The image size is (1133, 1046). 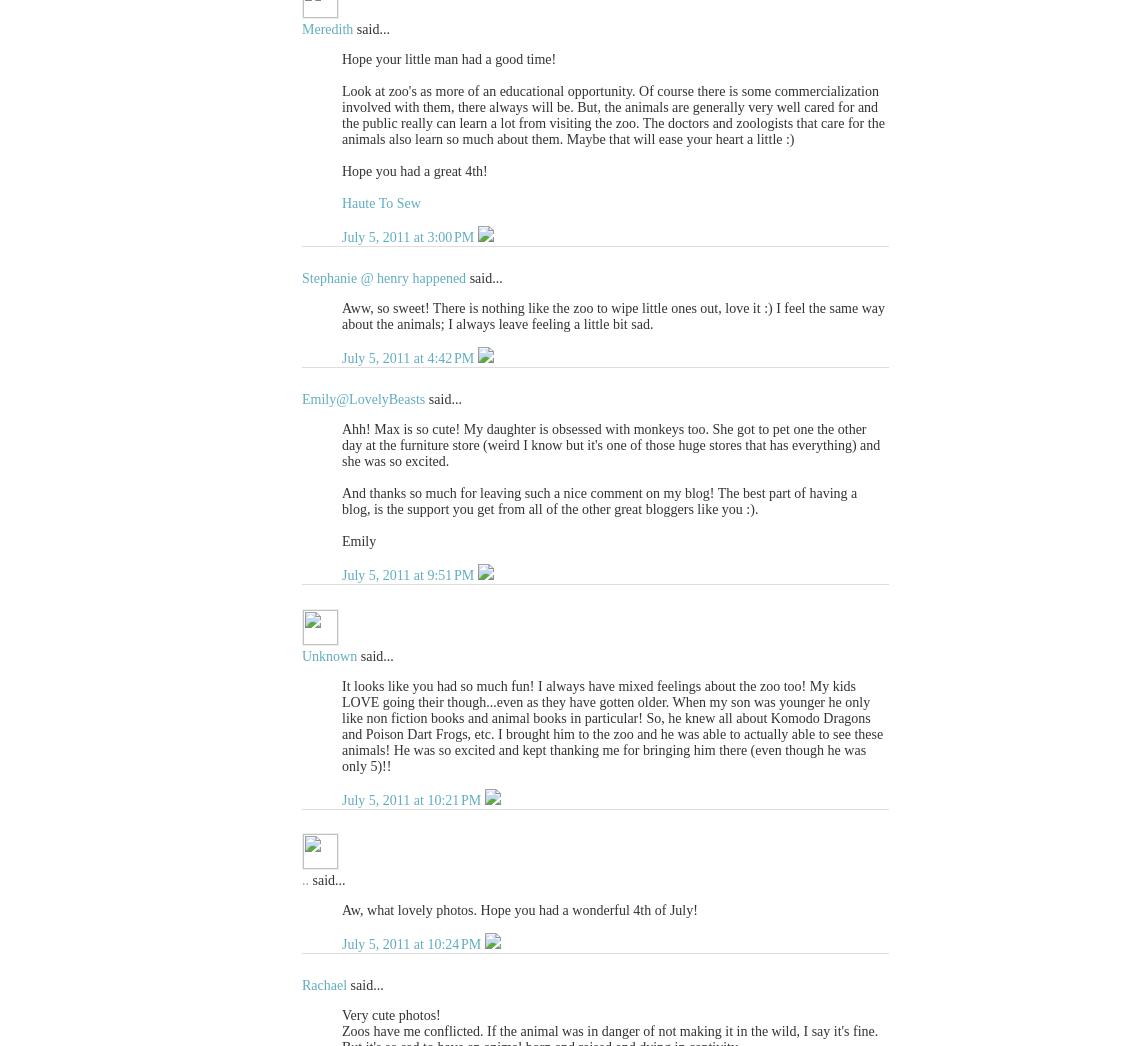 What do you see at coordinates (610, 443) in the screenshot?
I see `'Ahh! Max is so cute! My daughter is obsessed with monkeys too. She got to pet one the other day at the furniture store (weird I know but it's one of those huge stores that has everything) and she was so excited.'` at bounding box center [610, 443].